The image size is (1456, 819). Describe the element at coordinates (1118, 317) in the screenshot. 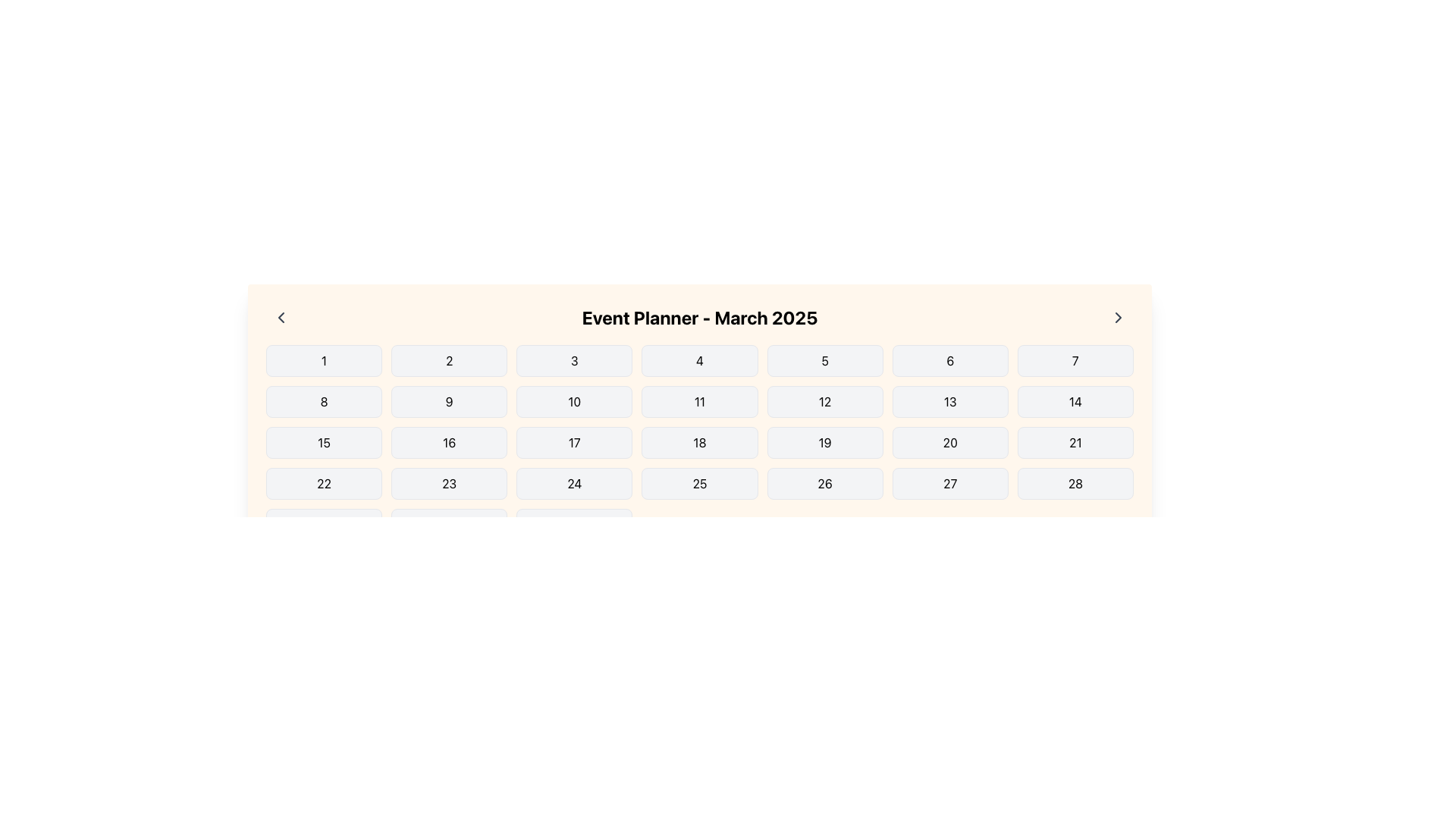

I see `the rightward chevron button located in the top-right corner of the calendar interface next to the 'Event Planner - March 2025' title` at that location.